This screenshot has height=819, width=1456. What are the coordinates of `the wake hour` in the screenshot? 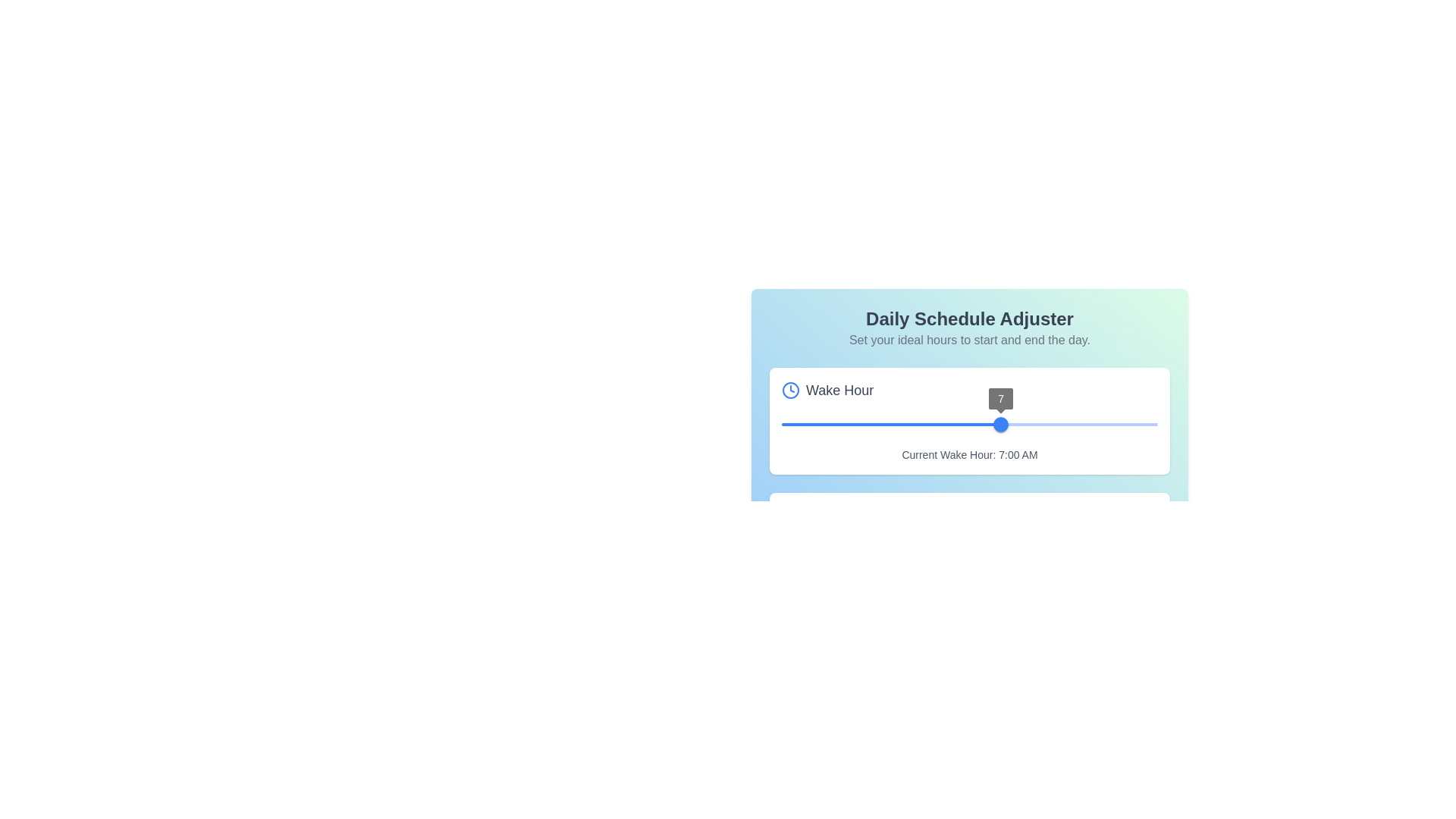 It's located at (1095, 424).